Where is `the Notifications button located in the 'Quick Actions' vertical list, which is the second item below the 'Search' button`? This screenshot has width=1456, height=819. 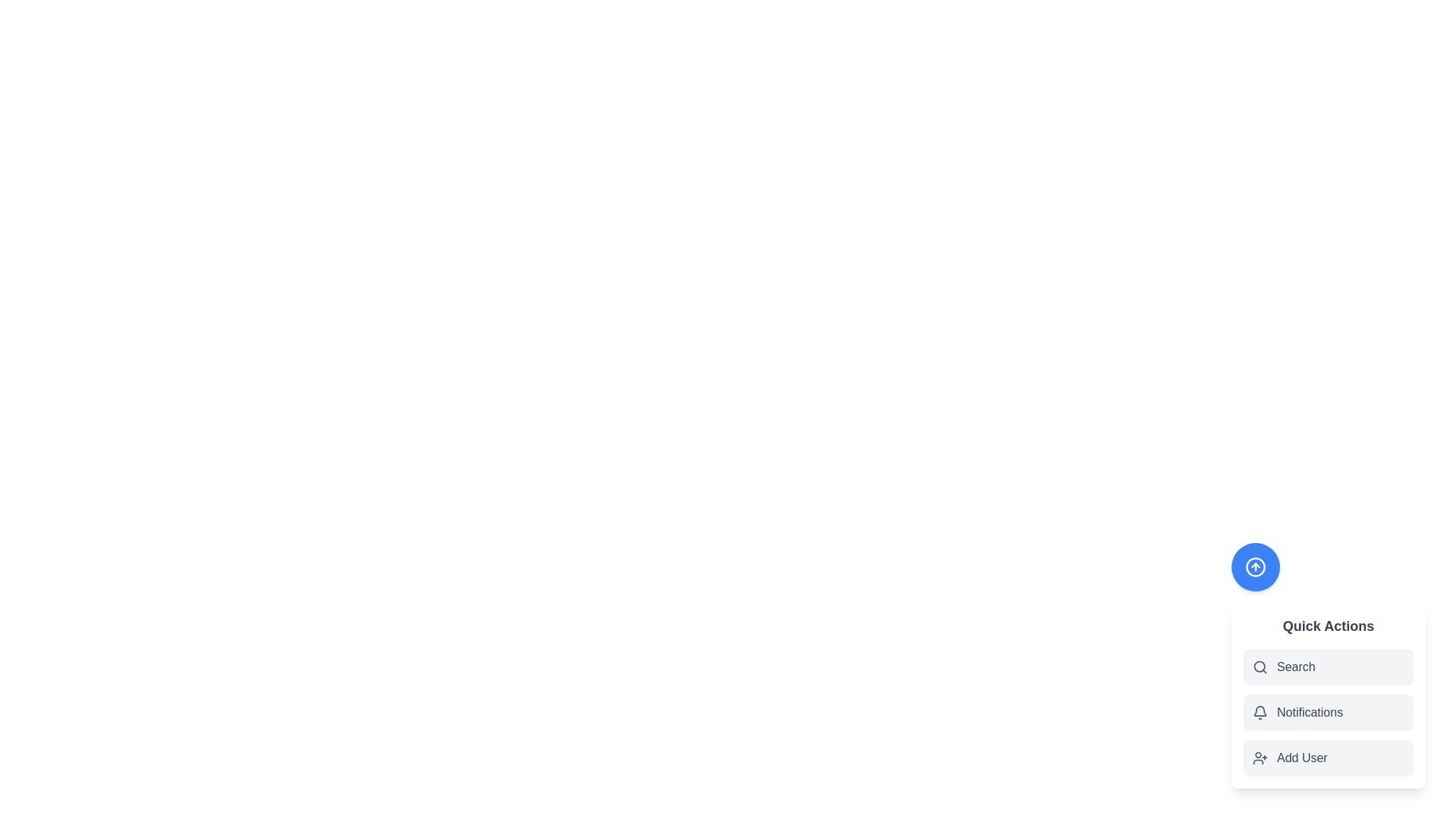
the Notifications button located in the 'Quick Actions' vertical list, which is the second item below the 'Search' button is located at coordinates (1328, 713).